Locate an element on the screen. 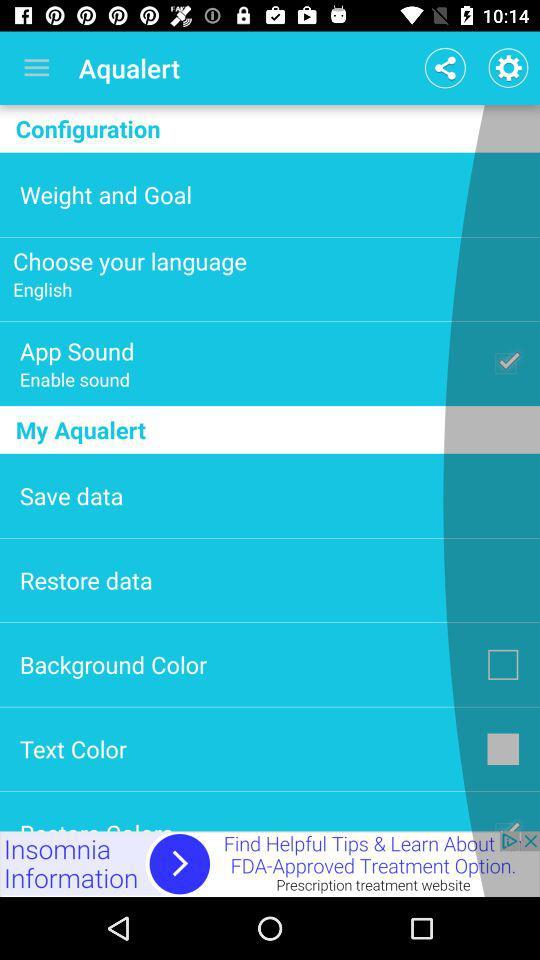 This screenshot has width=540, height=960. watch advertisement is located at coordinates (270, 863).